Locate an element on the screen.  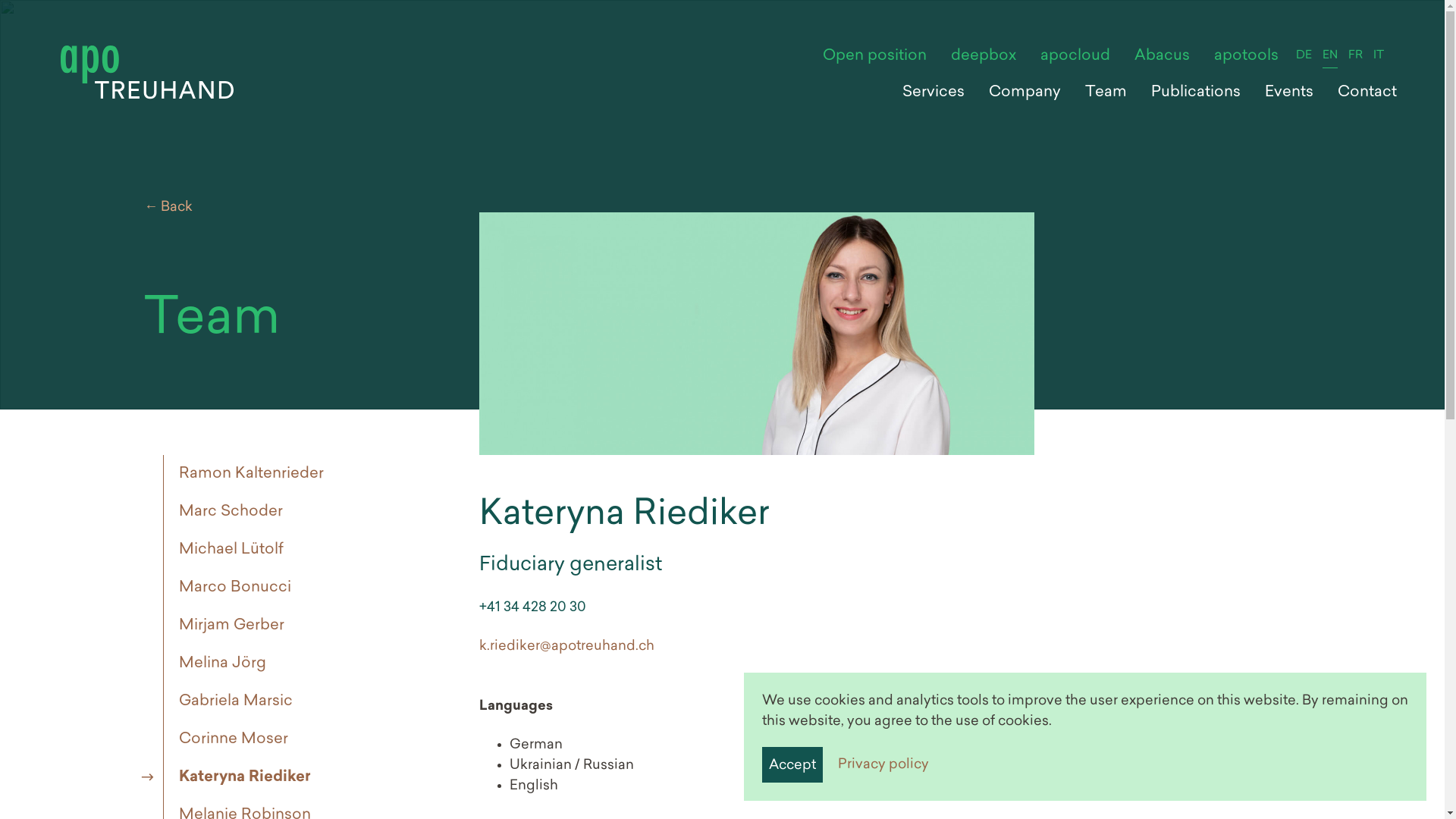
'Open position' is located at coordinates (810, 55).